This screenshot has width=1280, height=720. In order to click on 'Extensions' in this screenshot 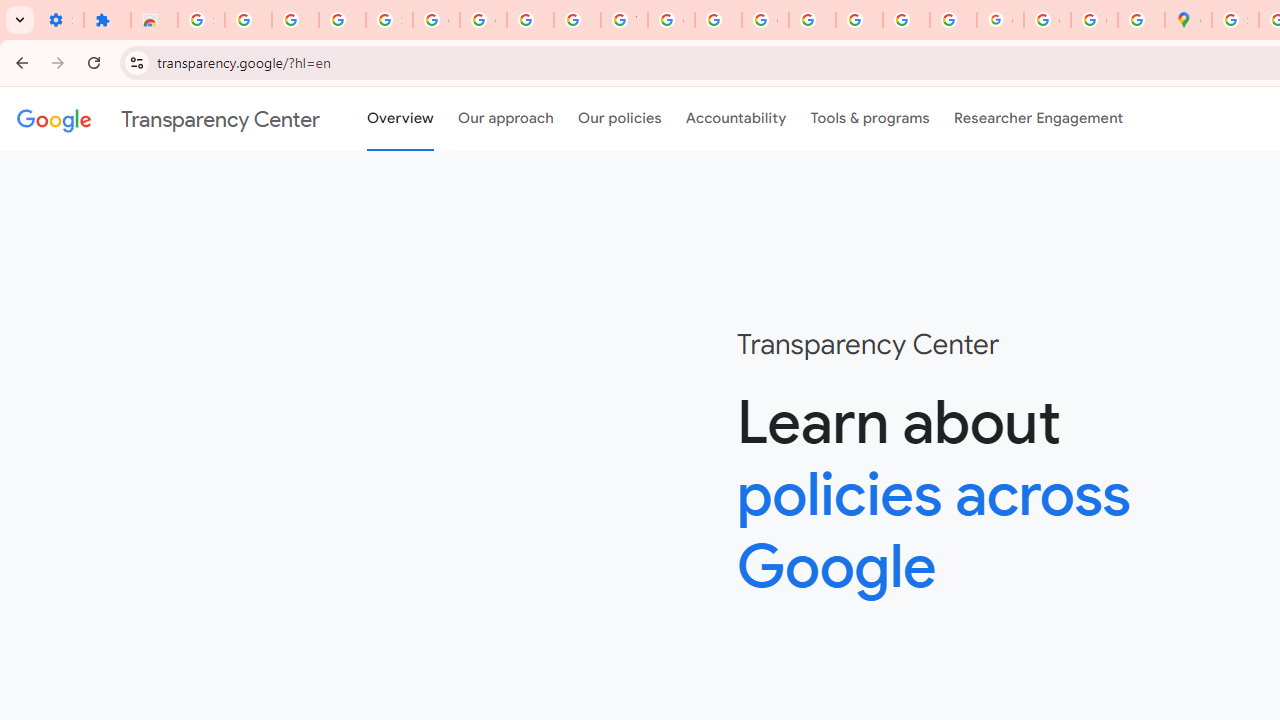, I will do `click(106, 20)`.